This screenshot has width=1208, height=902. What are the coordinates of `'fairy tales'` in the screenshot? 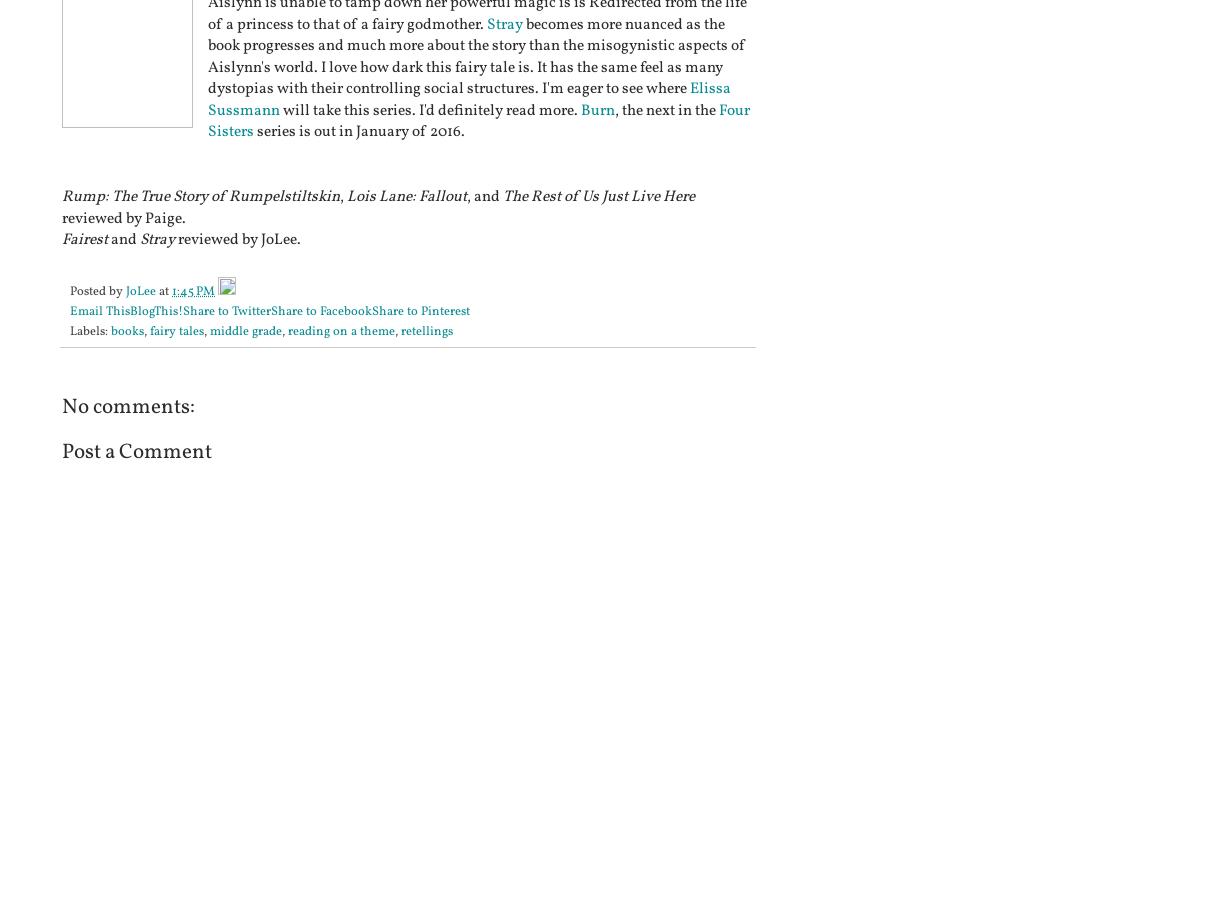 It's located at (176, 331).